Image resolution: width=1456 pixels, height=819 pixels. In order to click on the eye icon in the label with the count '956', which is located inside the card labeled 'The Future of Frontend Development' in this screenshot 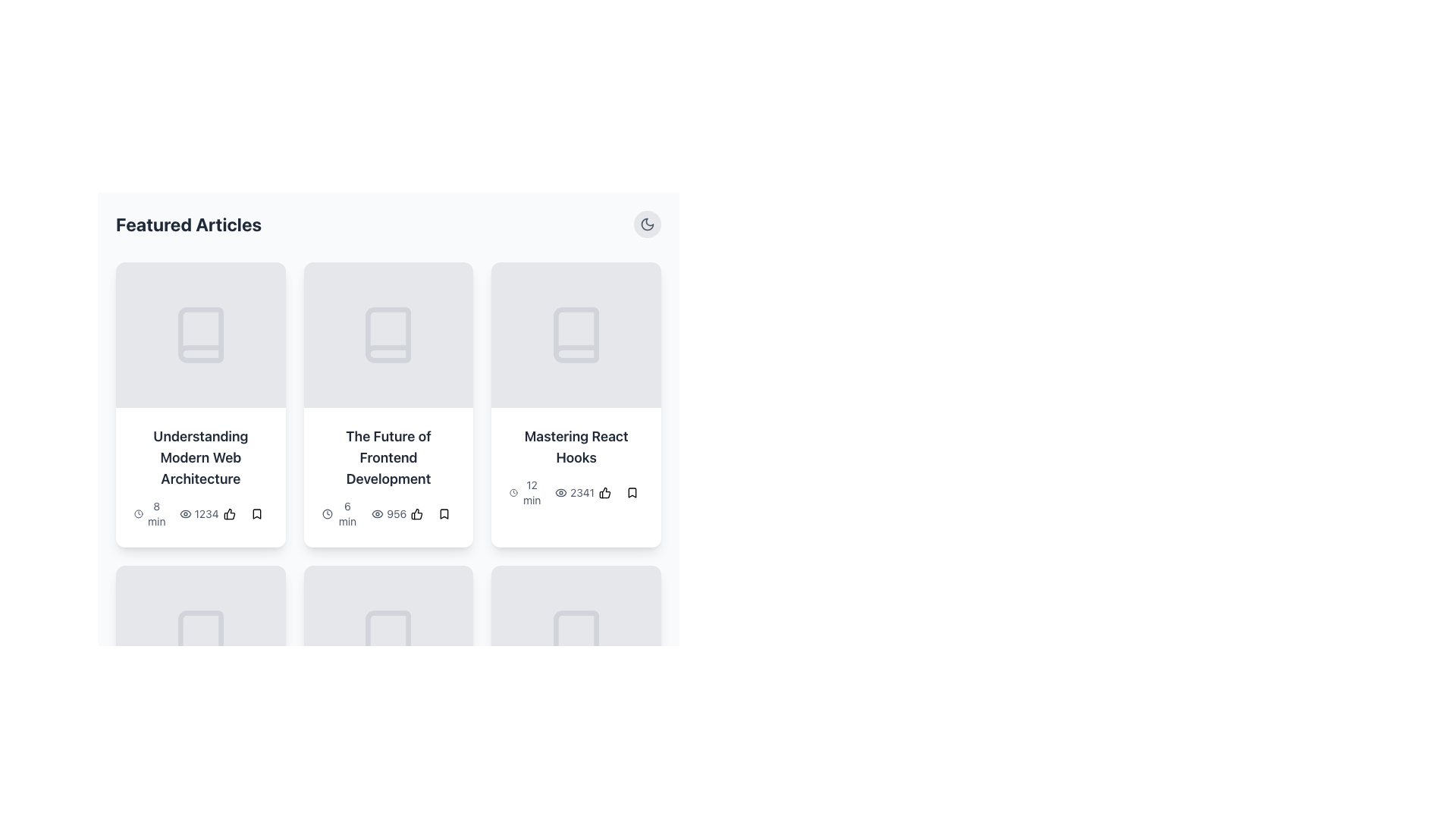, I will do `click(389, 513)`.